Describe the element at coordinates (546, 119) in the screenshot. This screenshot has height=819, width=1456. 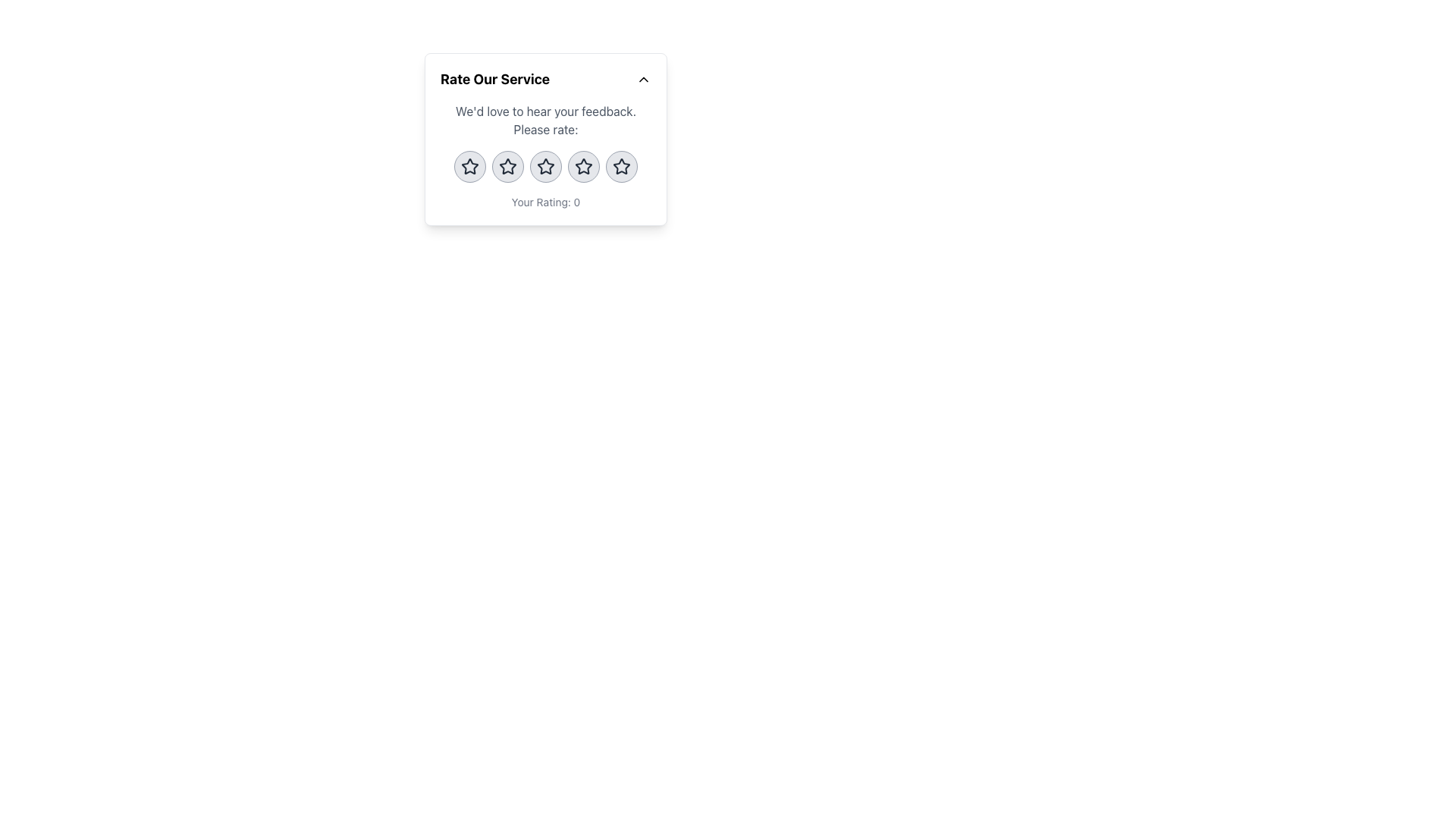
I see `text label that prompts for feedback, which says 'We'd love to hear your feedback. Please rate:'` at that location.